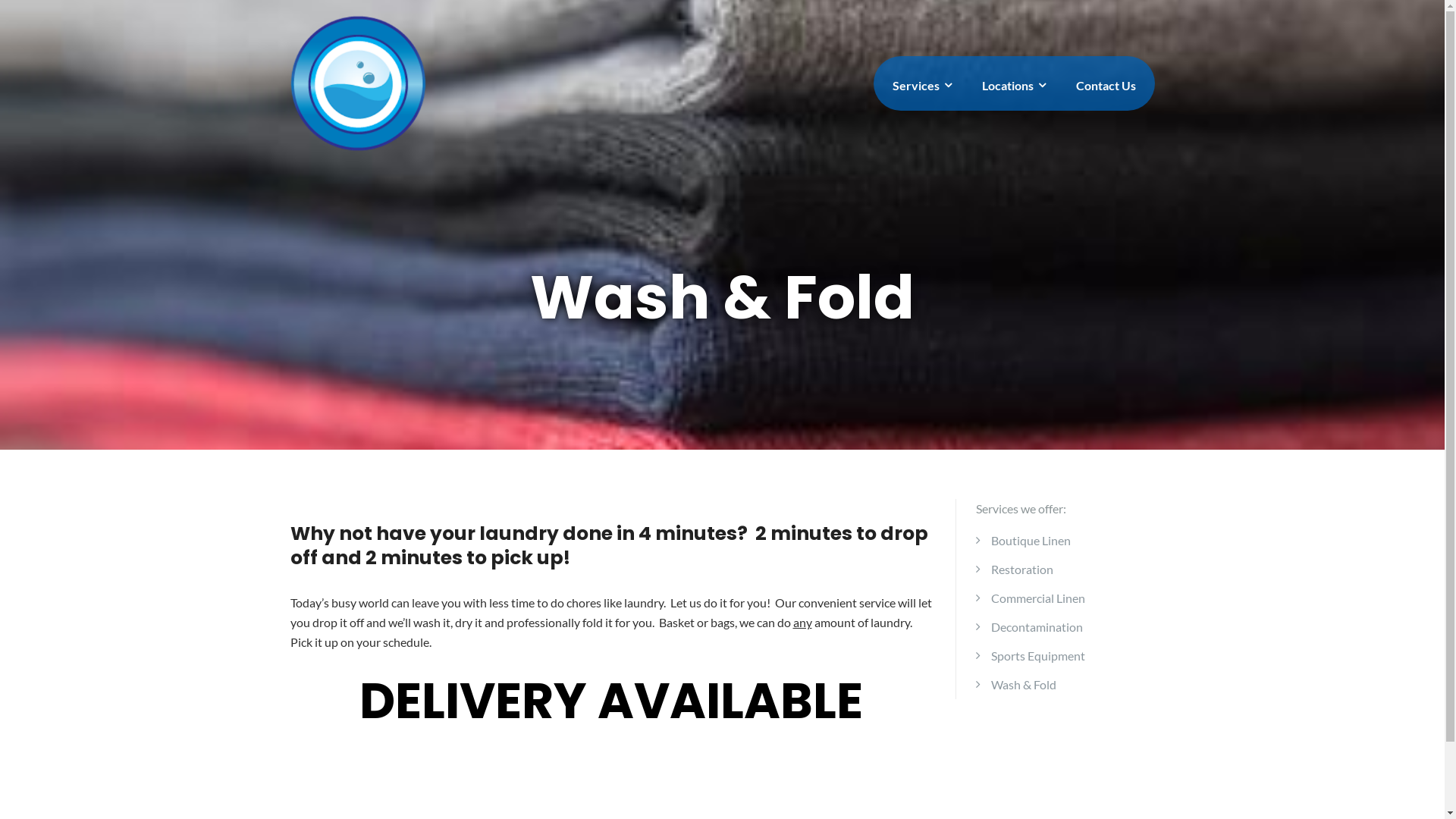  I want to click on 'Sports Equipment', so click(1037, 654).